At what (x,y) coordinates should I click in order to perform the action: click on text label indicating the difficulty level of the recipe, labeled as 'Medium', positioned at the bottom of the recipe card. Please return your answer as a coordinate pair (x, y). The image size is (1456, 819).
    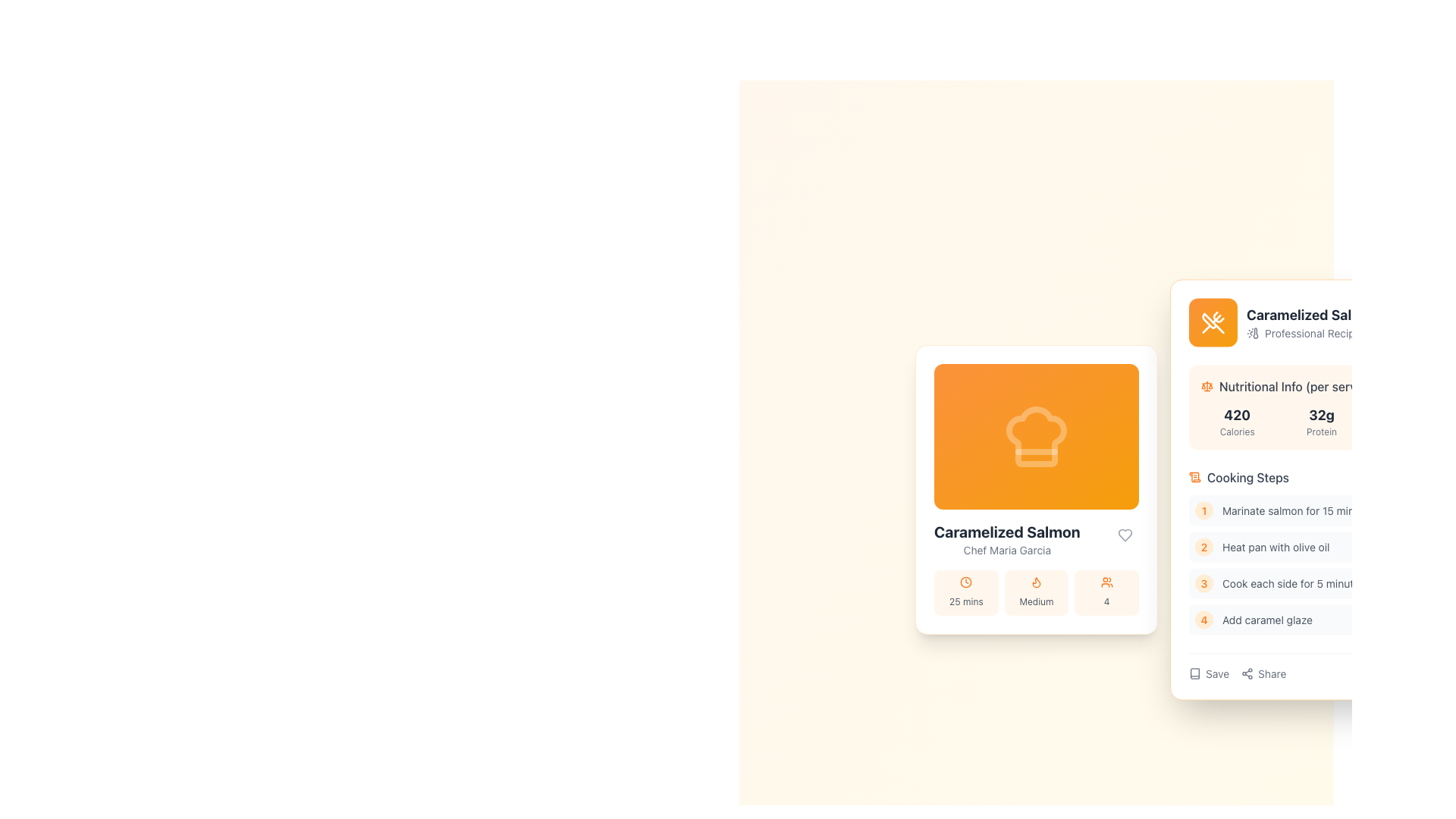
    Looking at the image, I should click on (1036, 601).